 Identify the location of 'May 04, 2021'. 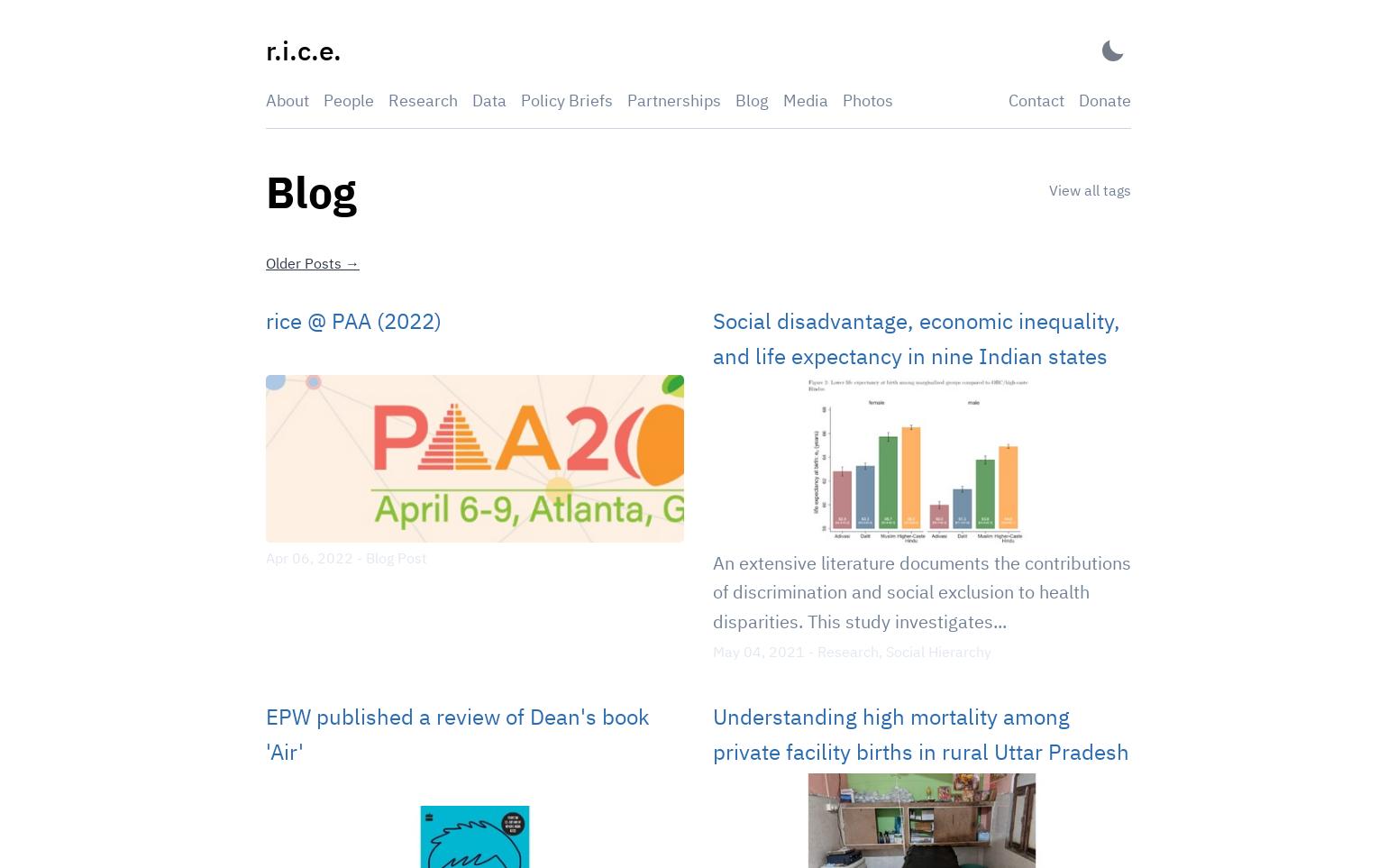
(757, 651).